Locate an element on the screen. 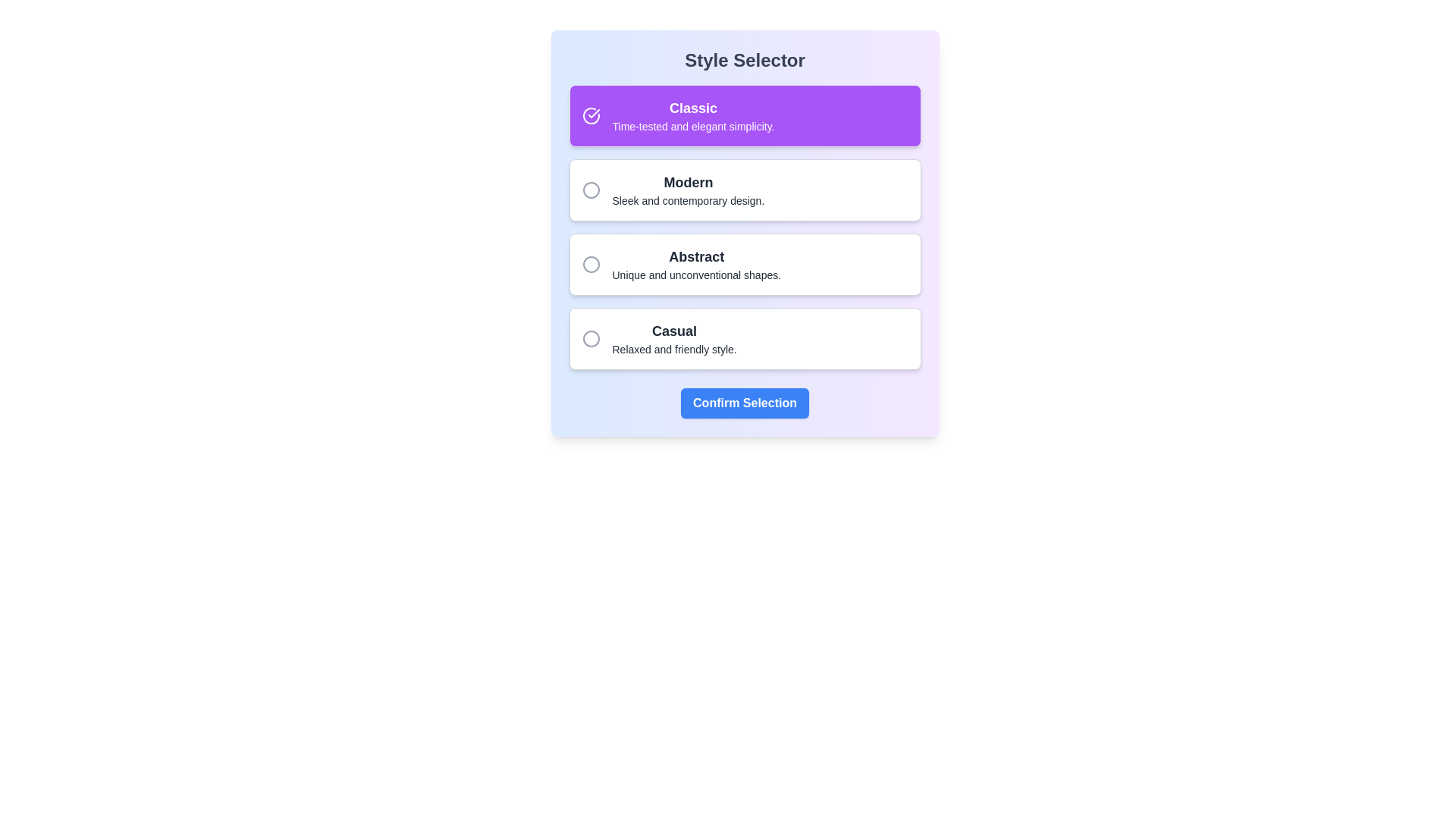 This screenshot has height=819, width=1456. descriptive text for the 'Classic' style option located below the header 'Classic' in the style categories list is located at coordinates (692, 125).